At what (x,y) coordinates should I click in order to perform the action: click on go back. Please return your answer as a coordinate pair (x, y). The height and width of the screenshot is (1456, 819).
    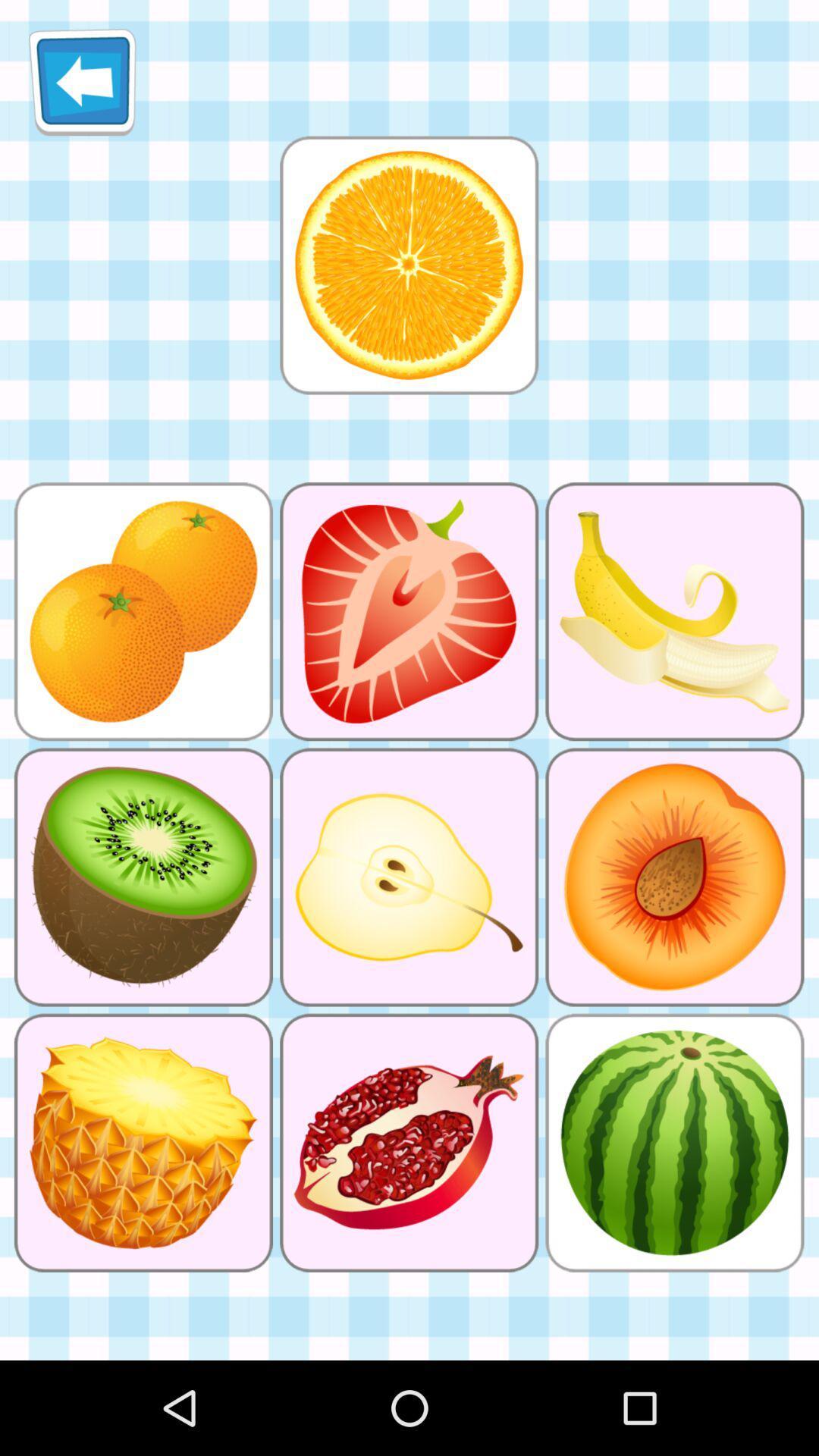
    Looking at the image, I should click on (82, 81).